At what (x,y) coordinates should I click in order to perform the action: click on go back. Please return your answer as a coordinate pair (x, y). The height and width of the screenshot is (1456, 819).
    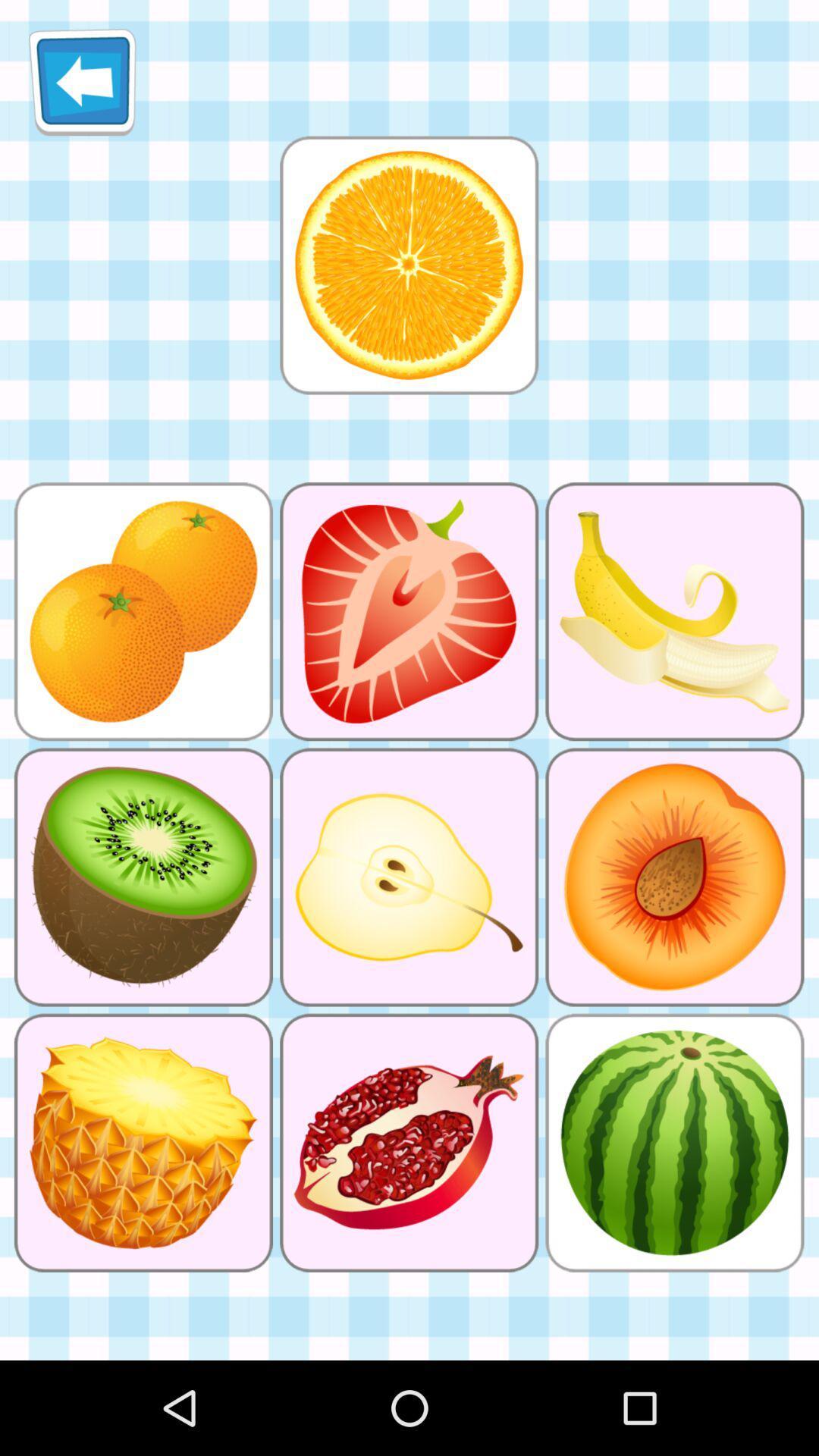
    Looking at the image, I should click on (82, 81).